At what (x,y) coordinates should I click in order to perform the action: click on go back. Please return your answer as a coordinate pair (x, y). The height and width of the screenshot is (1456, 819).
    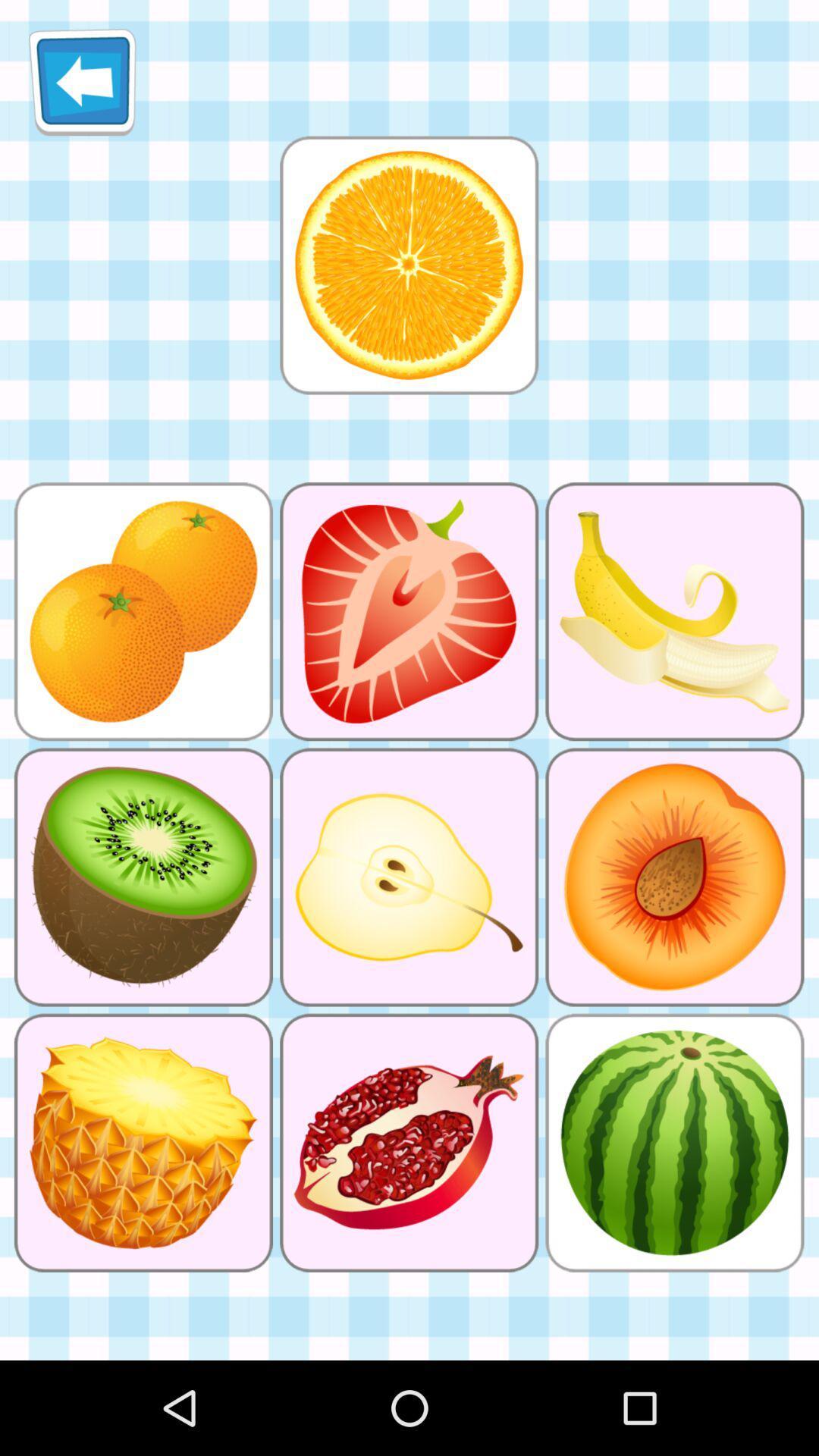
    Looking at the image, I should click on (82, 81).